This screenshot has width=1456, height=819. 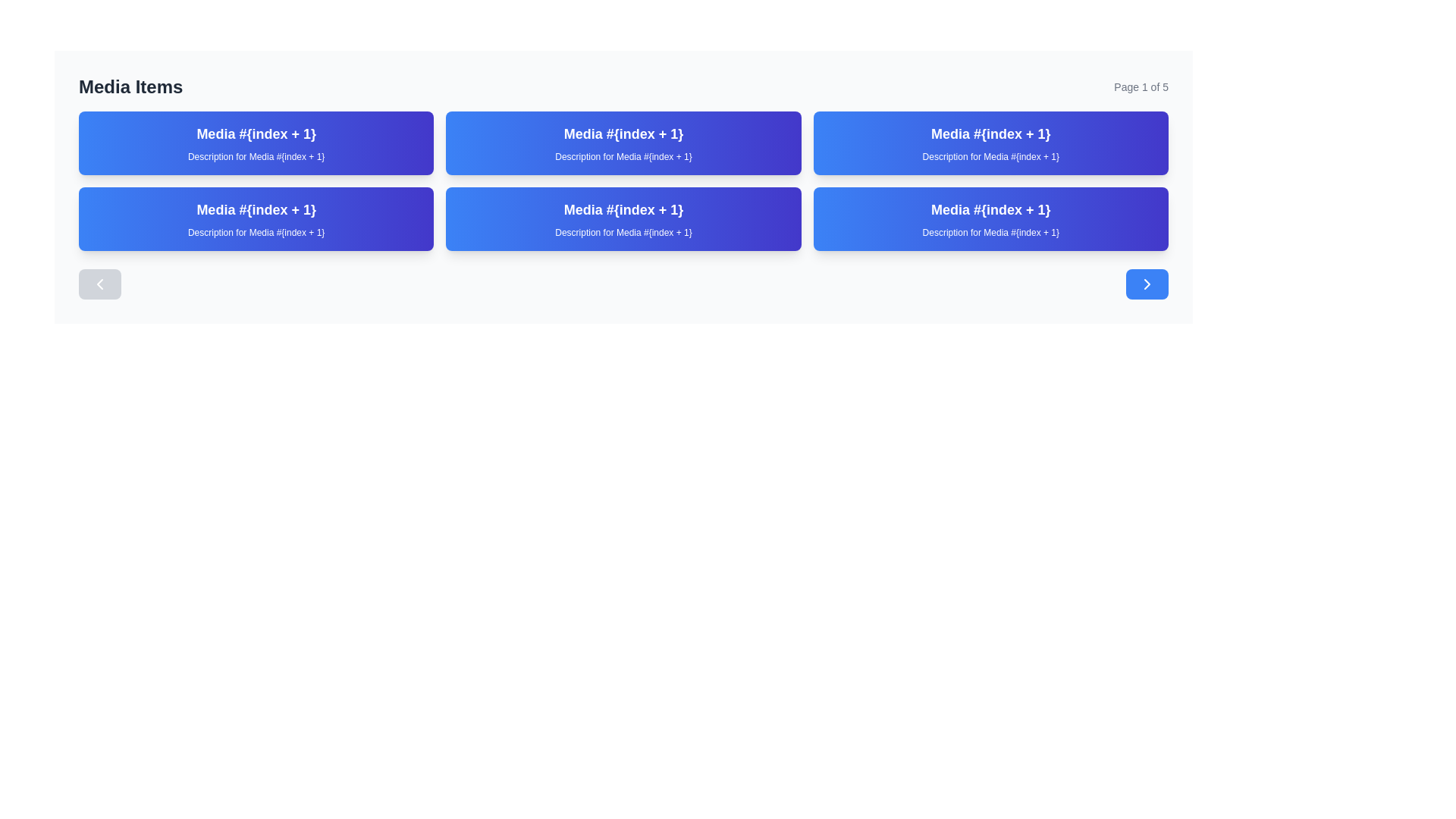 I want to click on the card component that presents media information, located in the first row and second column of a 3-column grid layout, so click(x=623, y=143).